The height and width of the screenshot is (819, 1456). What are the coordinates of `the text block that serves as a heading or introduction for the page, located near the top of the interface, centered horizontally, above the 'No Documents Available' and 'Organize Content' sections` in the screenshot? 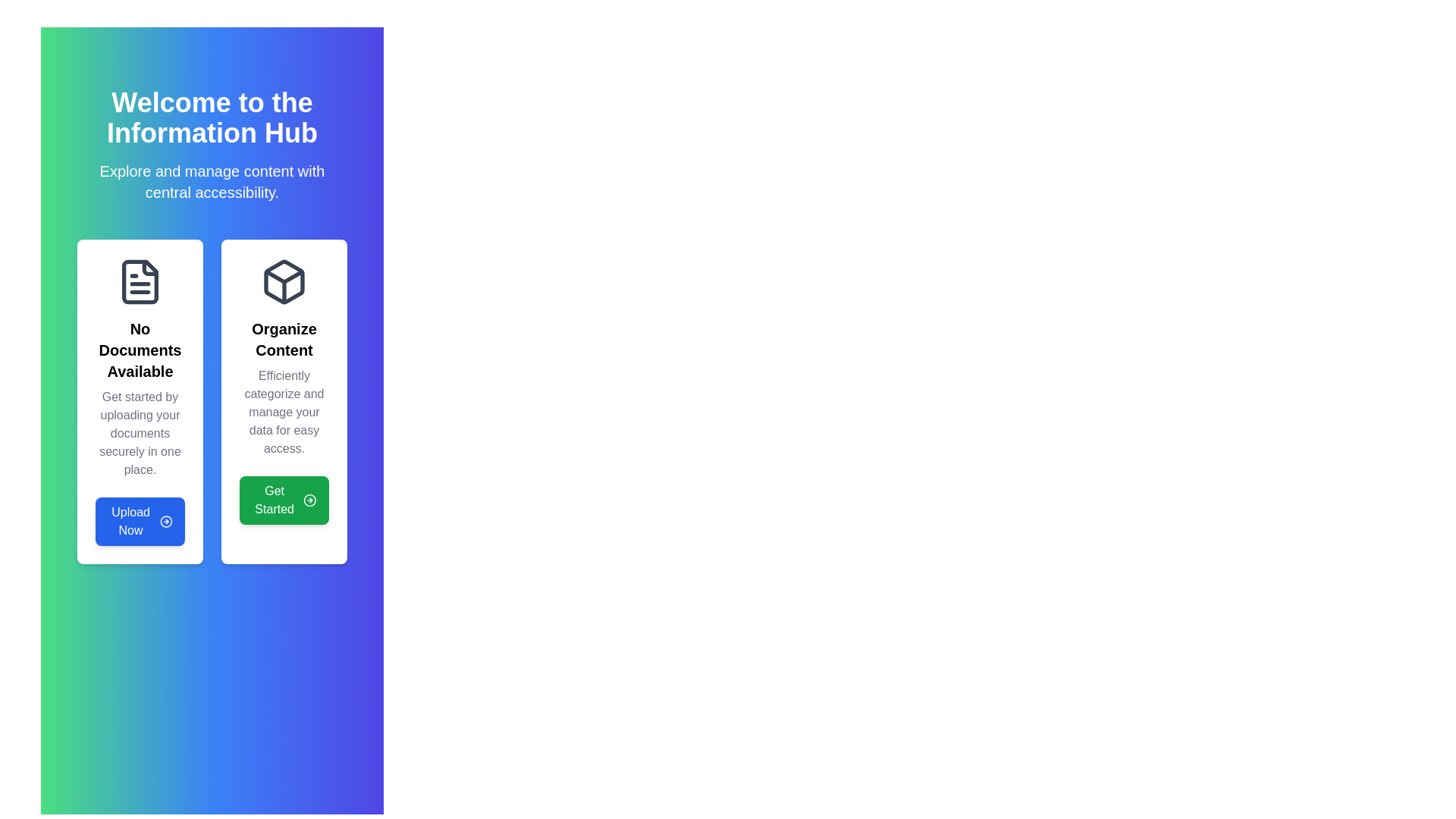 It's located at (211, 146).